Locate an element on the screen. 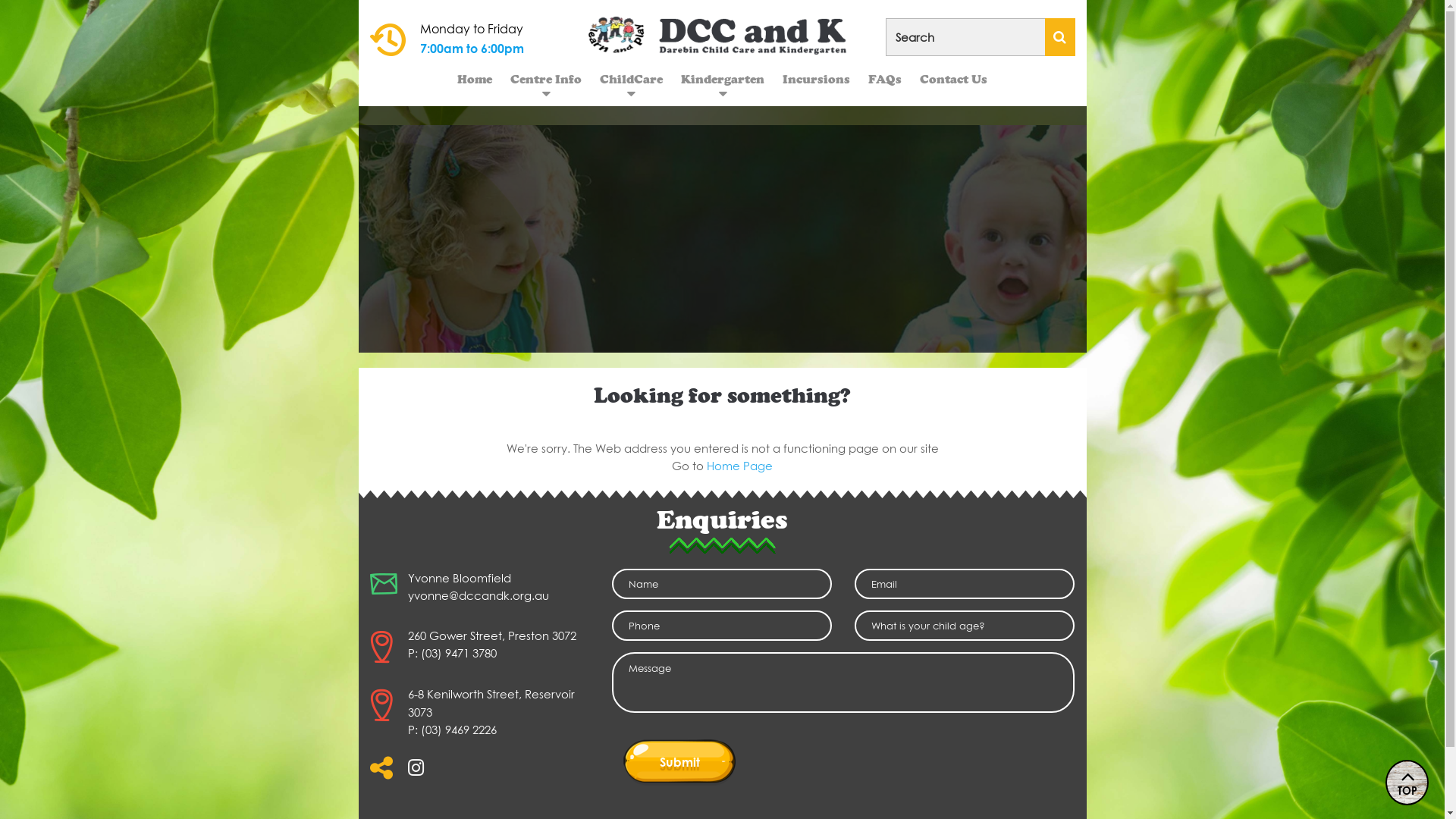  'yvonne@dccandk.org.au' is located at coordinates (477, 595).